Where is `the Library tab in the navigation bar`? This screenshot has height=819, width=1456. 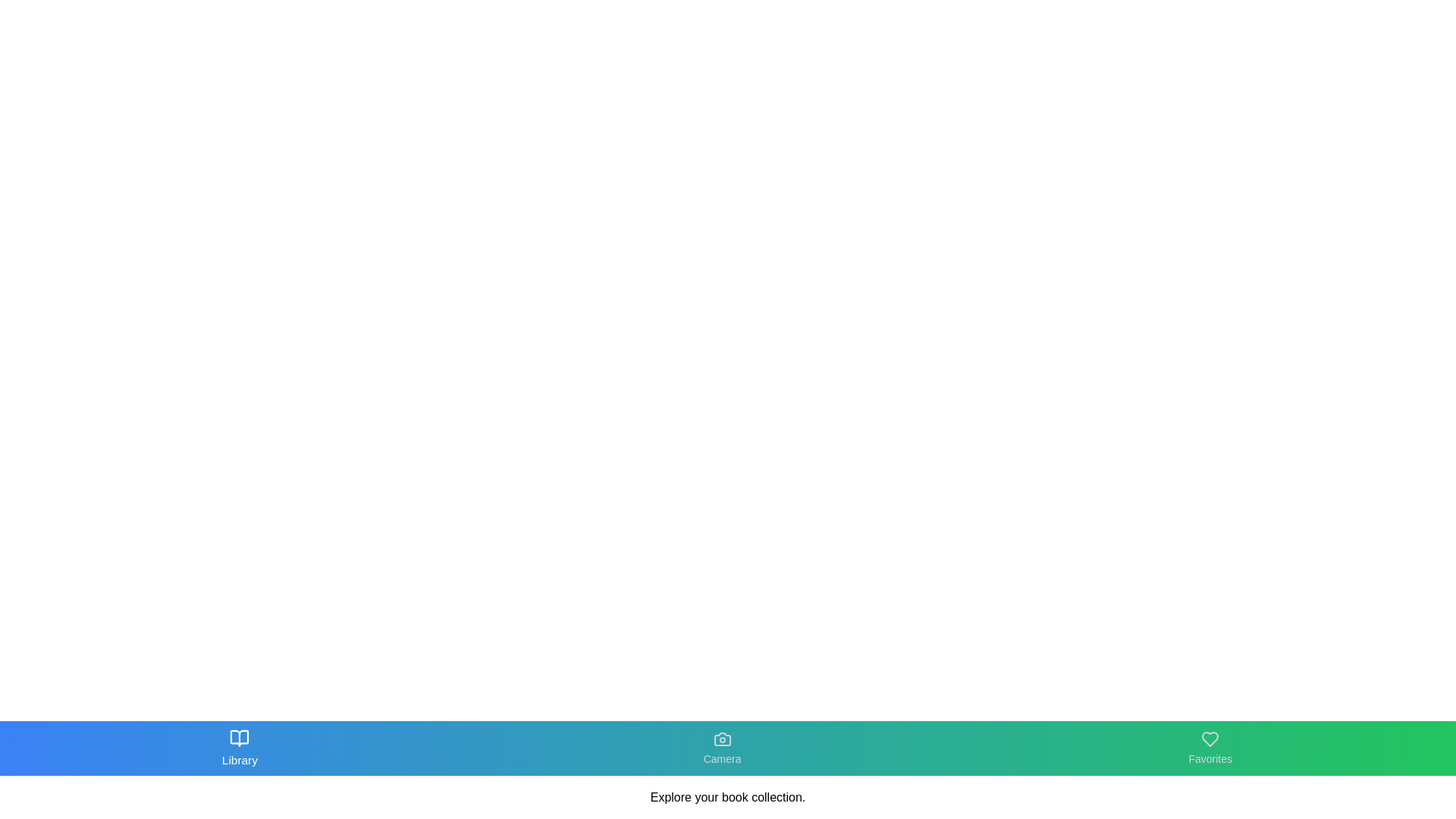
the Library tab in the navigation bar is located at coordinates (239, 748).